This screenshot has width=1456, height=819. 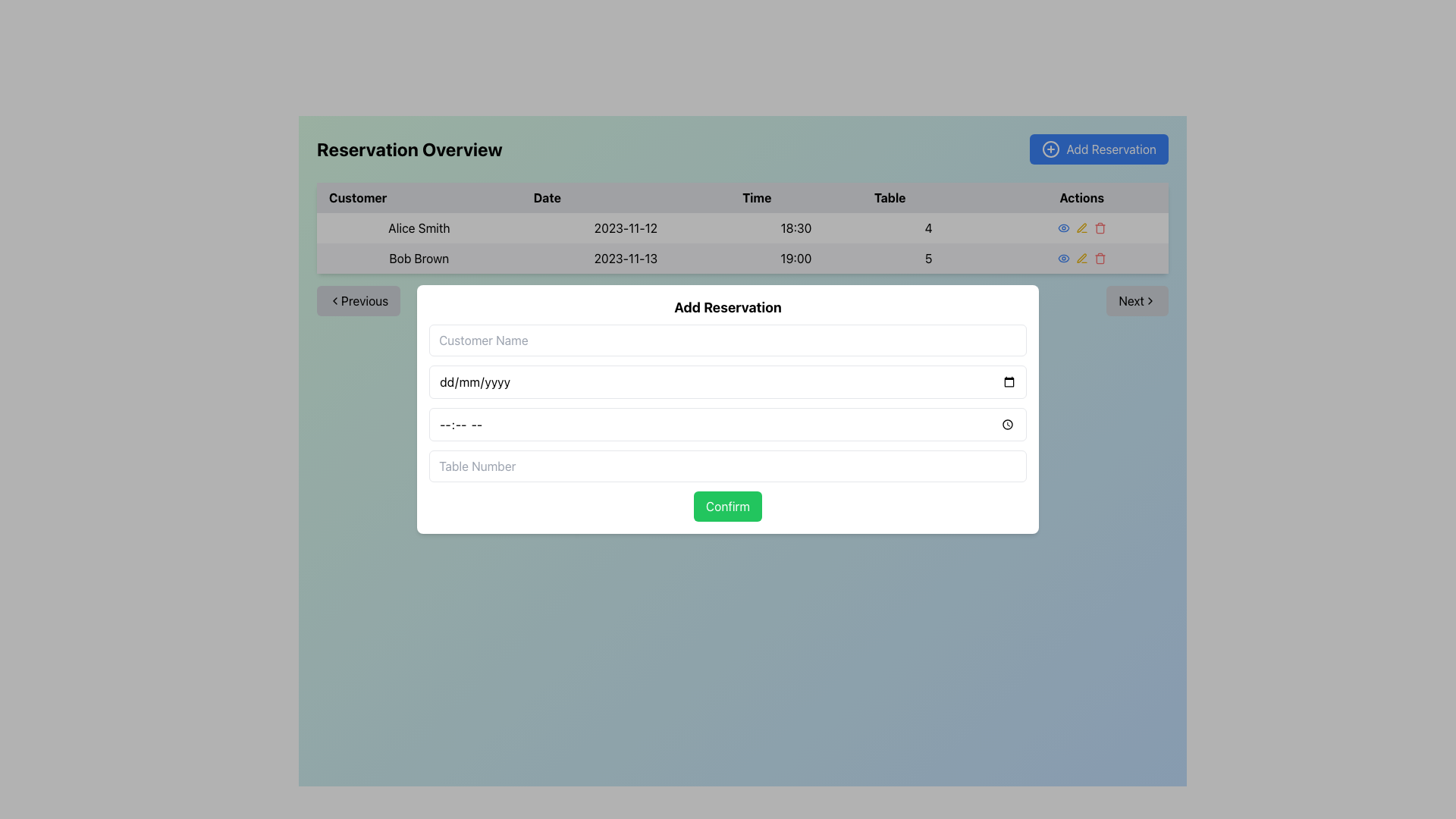 I want to click on the edit icon for the reservation entry of Bob Brown in the 'Actions' column, so click(x=1081, y=227).